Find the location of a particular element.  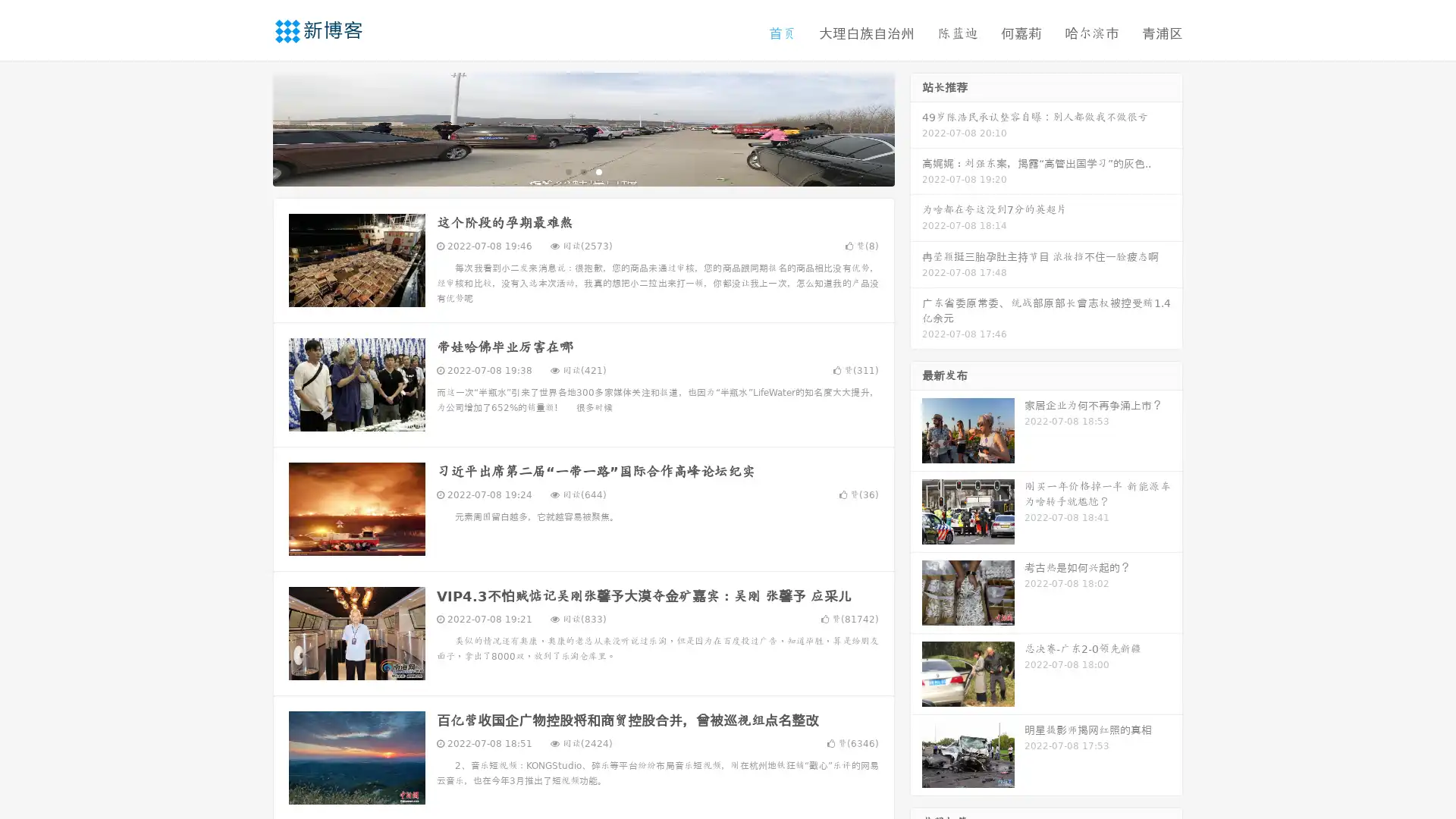

Go to slide 3 is located at coordinates (598, 171).